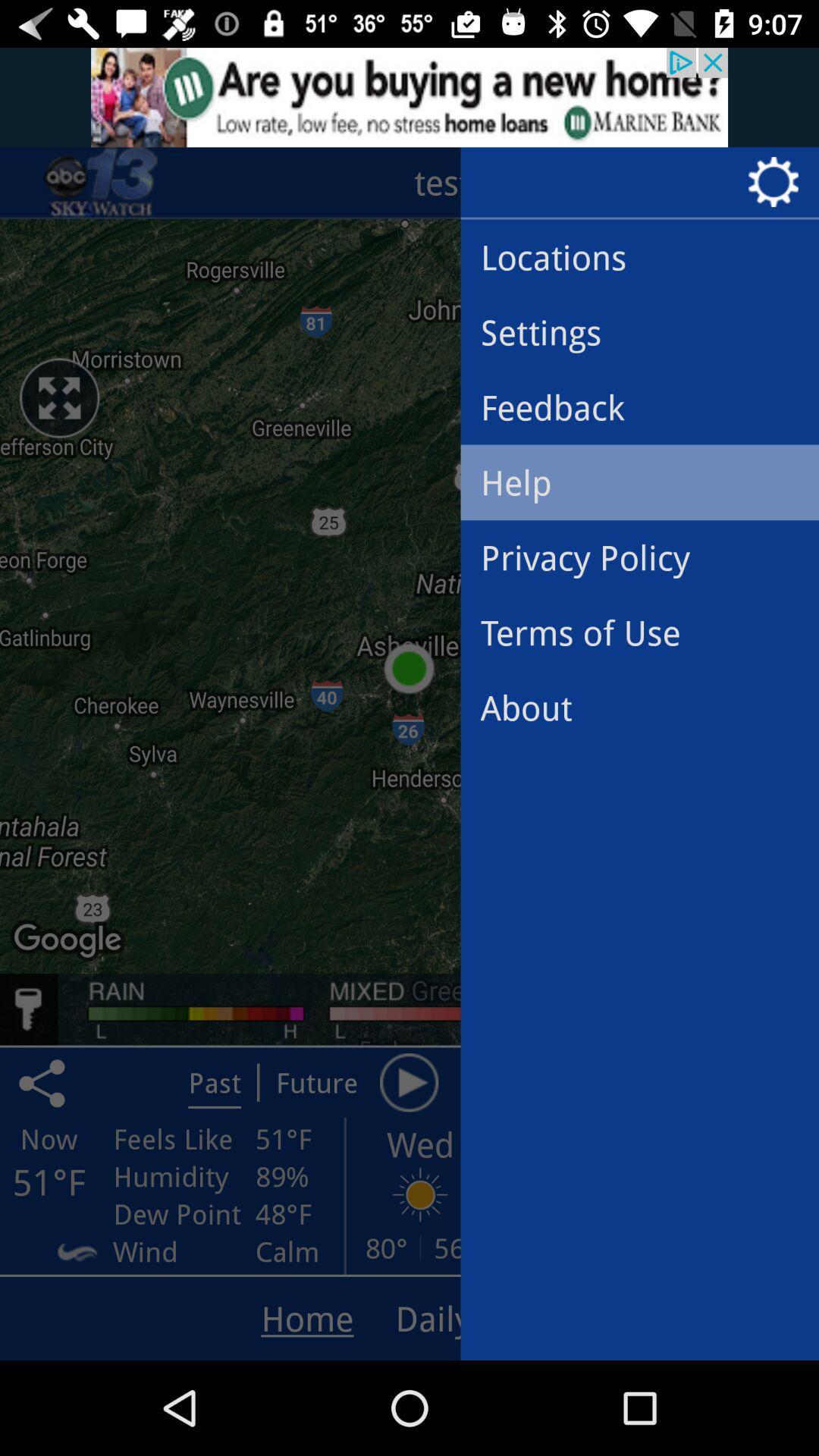  What do you see at coordinates (44, 1081) in the screenshot?
I see `the share icon` at bounding box center [44, 1081].